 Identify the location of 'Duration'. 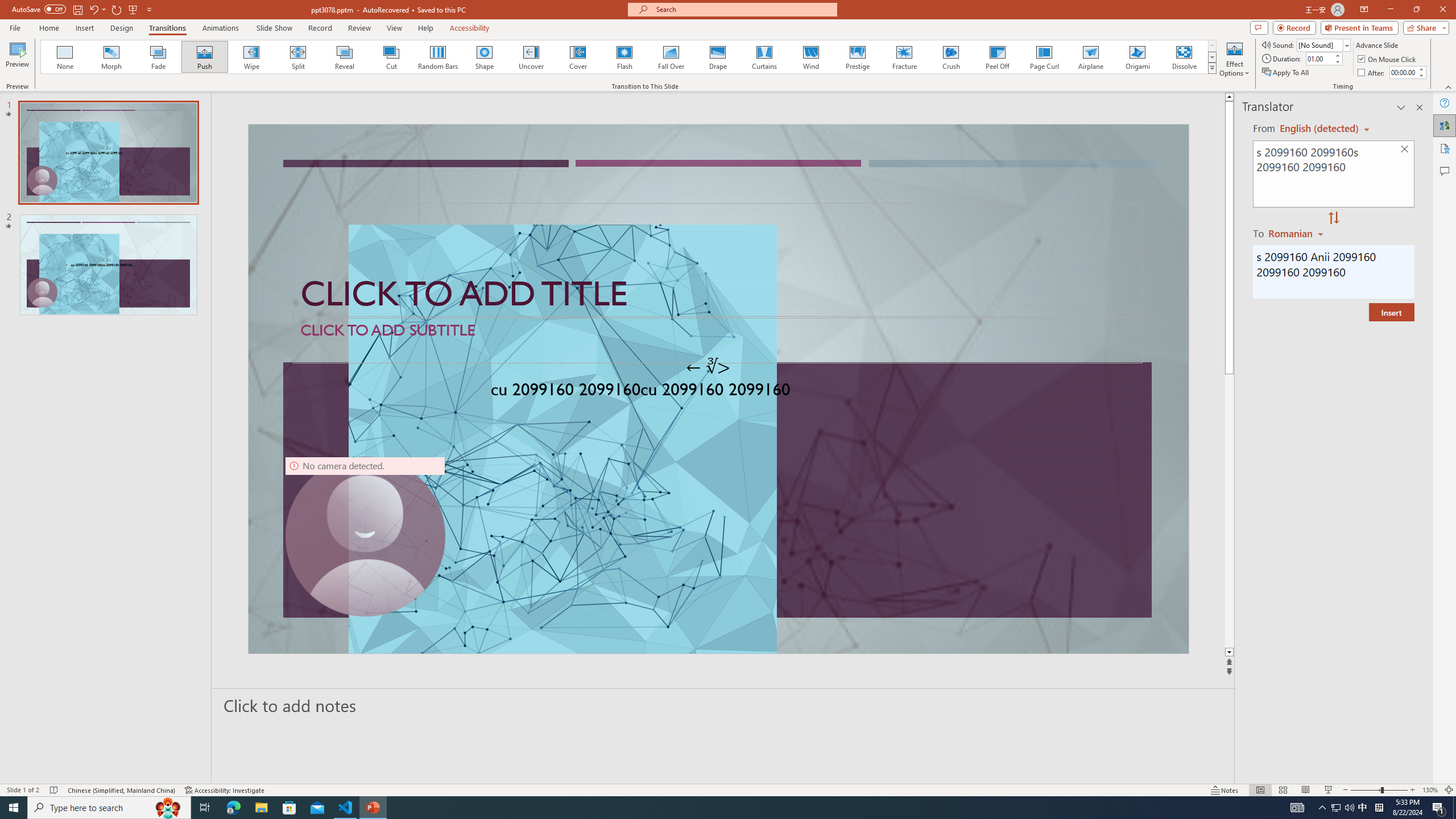
(1319, 58).